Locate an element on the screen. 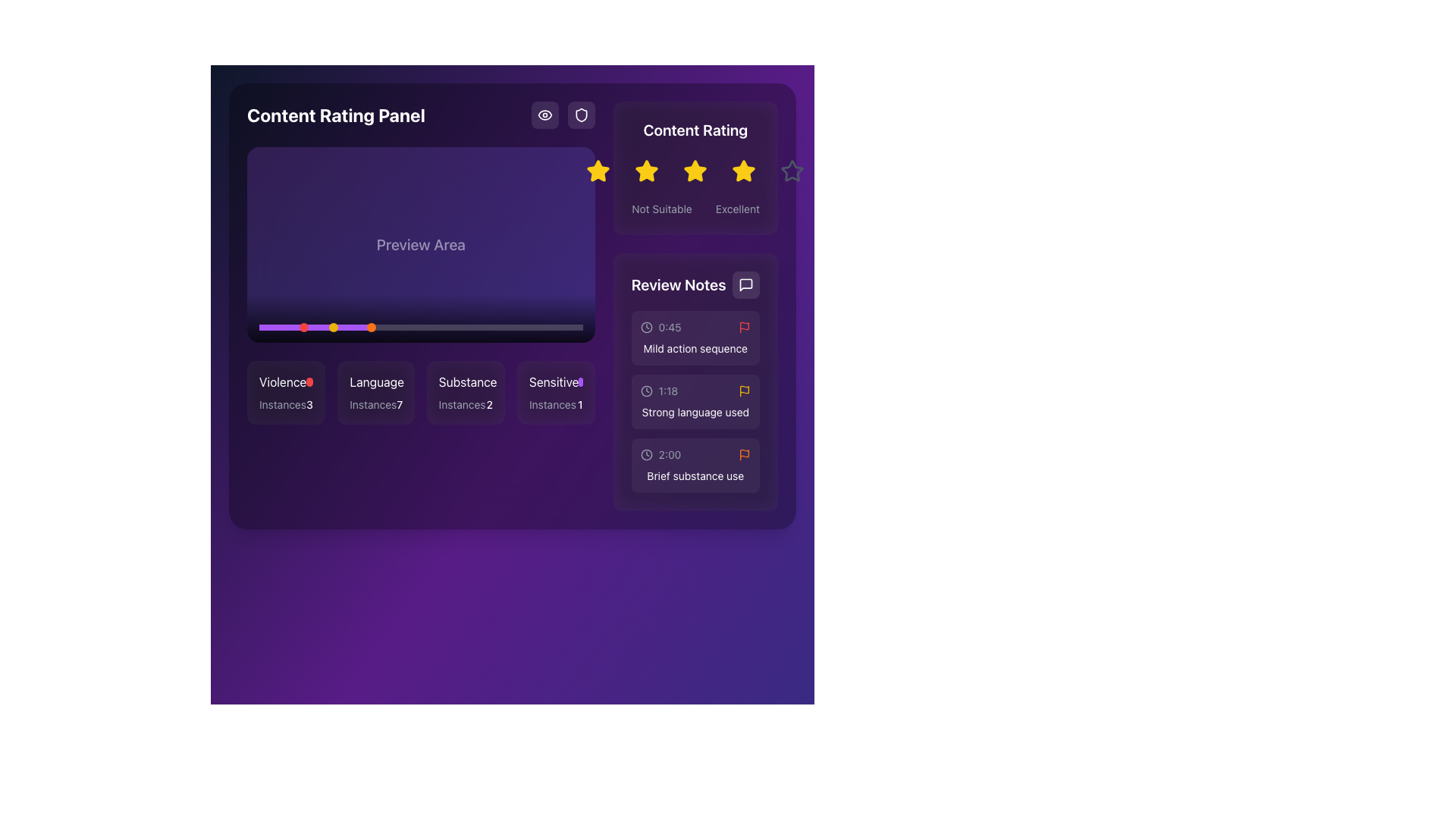 The width and height of the screenshot is (1456, 819). the fourth circular progress marker, which represents the 'Brief substance use' entry on the timeline is located at coordinates (372, 327).